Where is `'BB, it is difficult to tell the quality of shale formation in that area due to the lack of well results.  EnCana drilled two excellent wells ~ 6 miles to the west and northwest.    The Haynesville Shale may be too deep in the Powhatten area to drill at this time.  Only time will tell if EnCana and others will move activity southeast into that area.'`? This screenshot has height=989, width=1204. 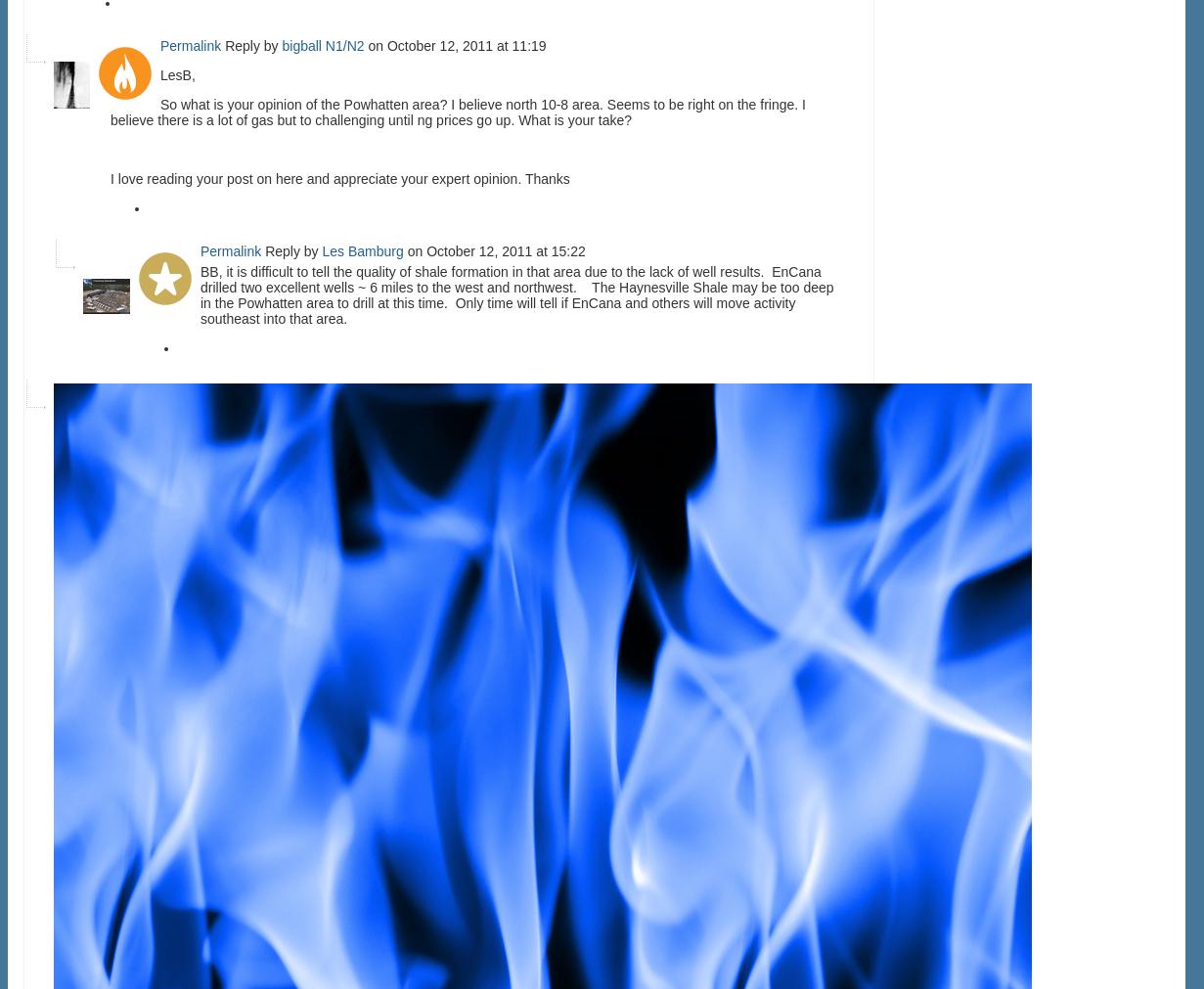 'BB, it is difficult to tell the quality of shale formation in that area due to the lack of well results.  EnCana drilled two excellent wells ~ 6 miles to the west and northwest.    The Haynesville Shale may be too deep in the Powhatten area to drill at this time.  Only time will tell if EnCana and others will move activity southeast into that area.' is located at coordinates (516, 294).